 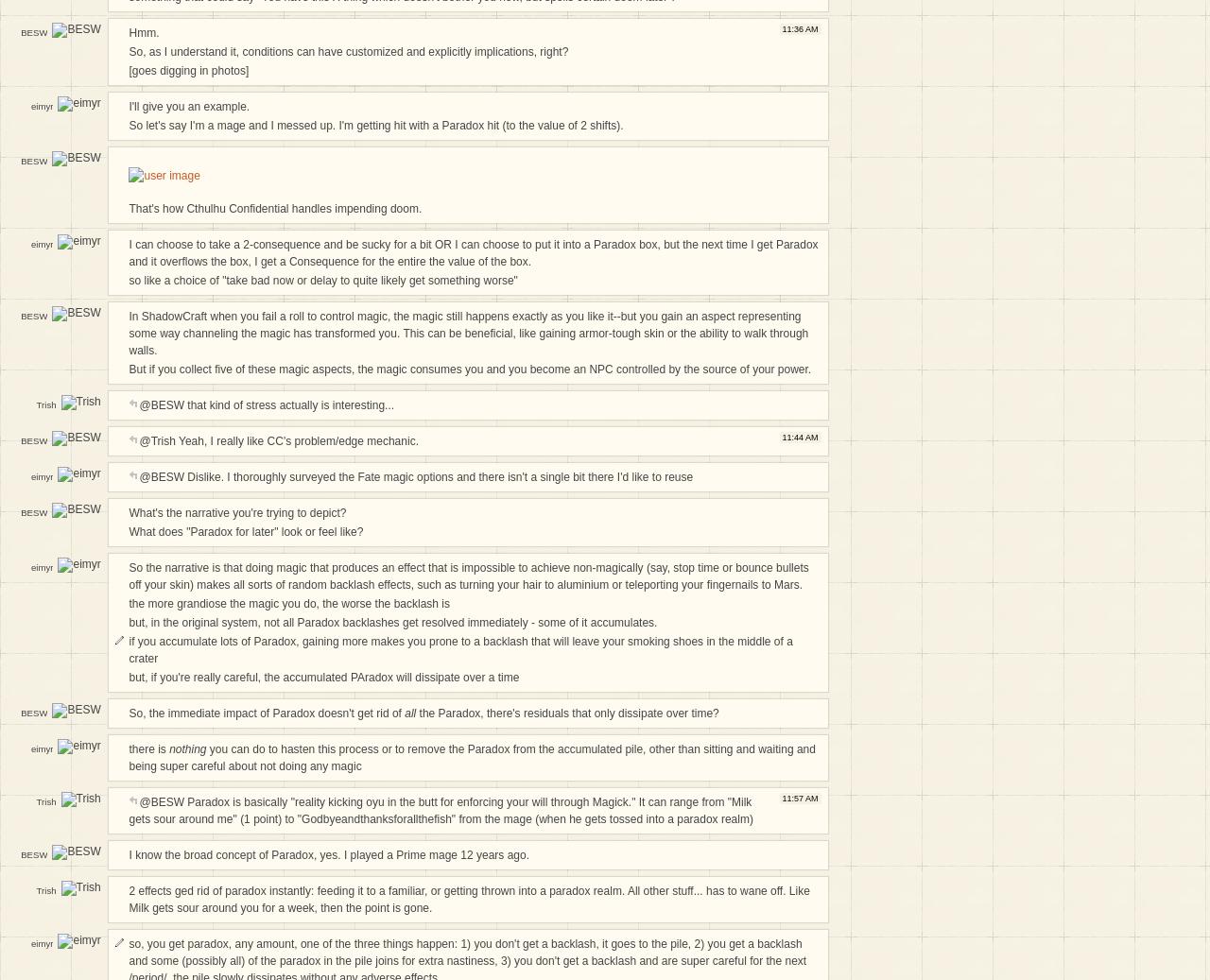 I want to click on 'the more grandiose the magic you do, the worse the backlash is', so click(x=288, y=603).